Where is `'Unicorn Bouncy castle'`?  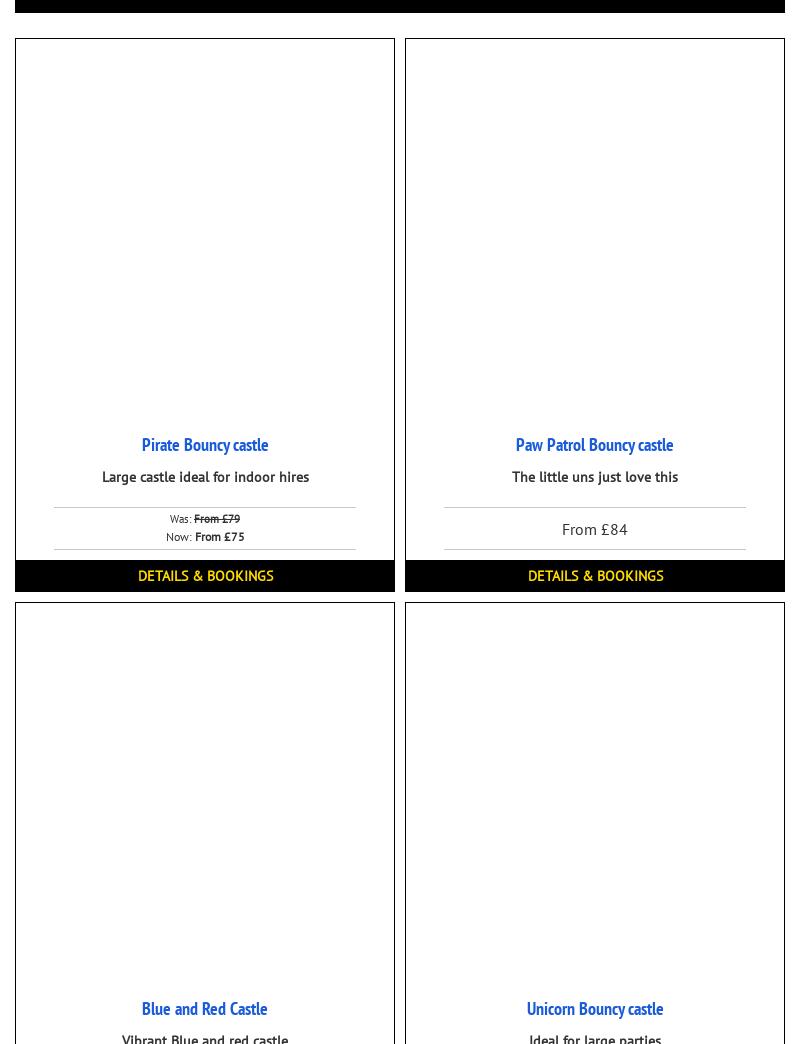
'Unicorn Bouncy castle' is located at coordinates (593, 1008).